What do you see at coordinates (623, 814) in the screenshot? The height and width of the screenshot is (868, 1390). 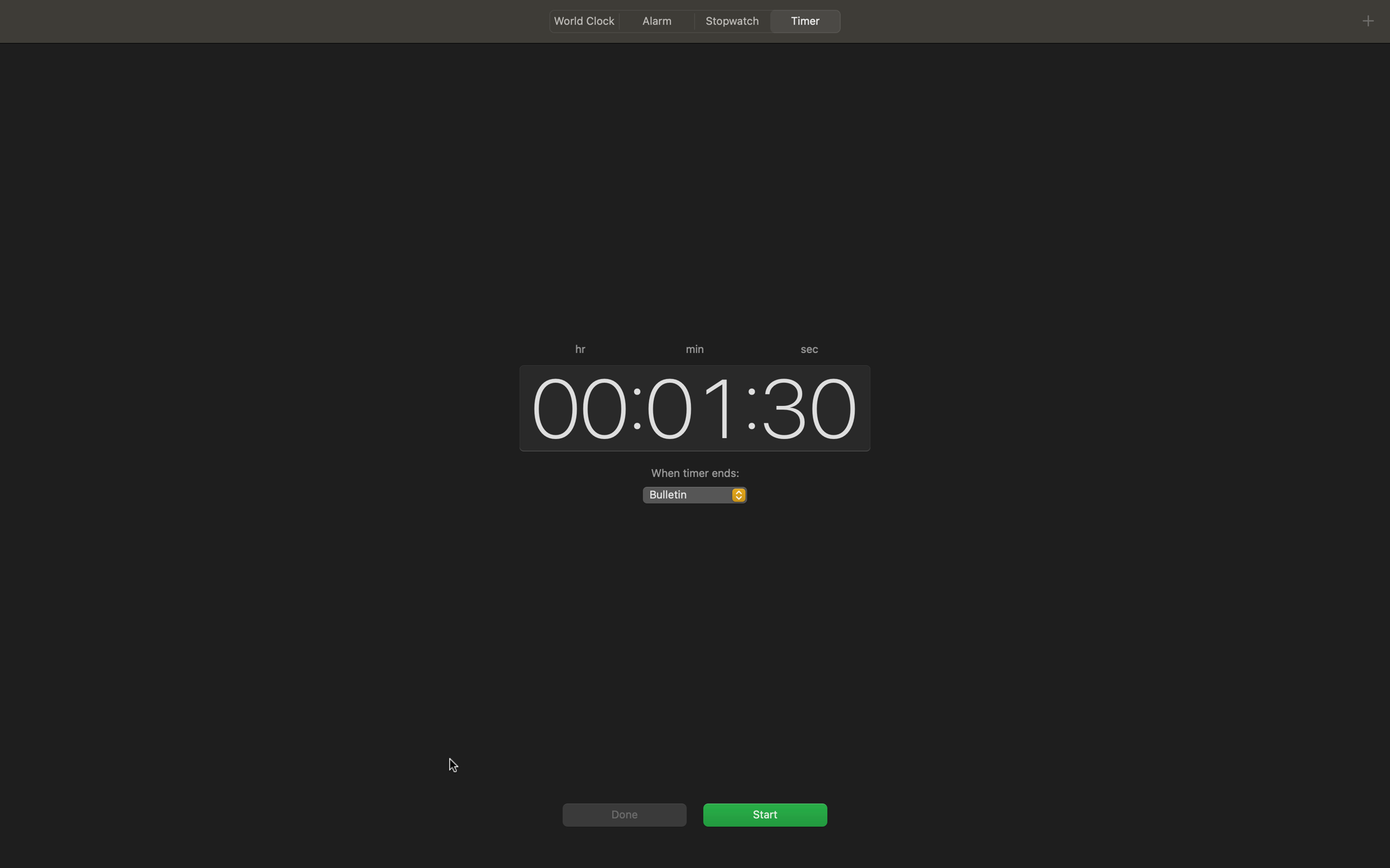 I see `the "done" button` at bounding box center [623, 814].